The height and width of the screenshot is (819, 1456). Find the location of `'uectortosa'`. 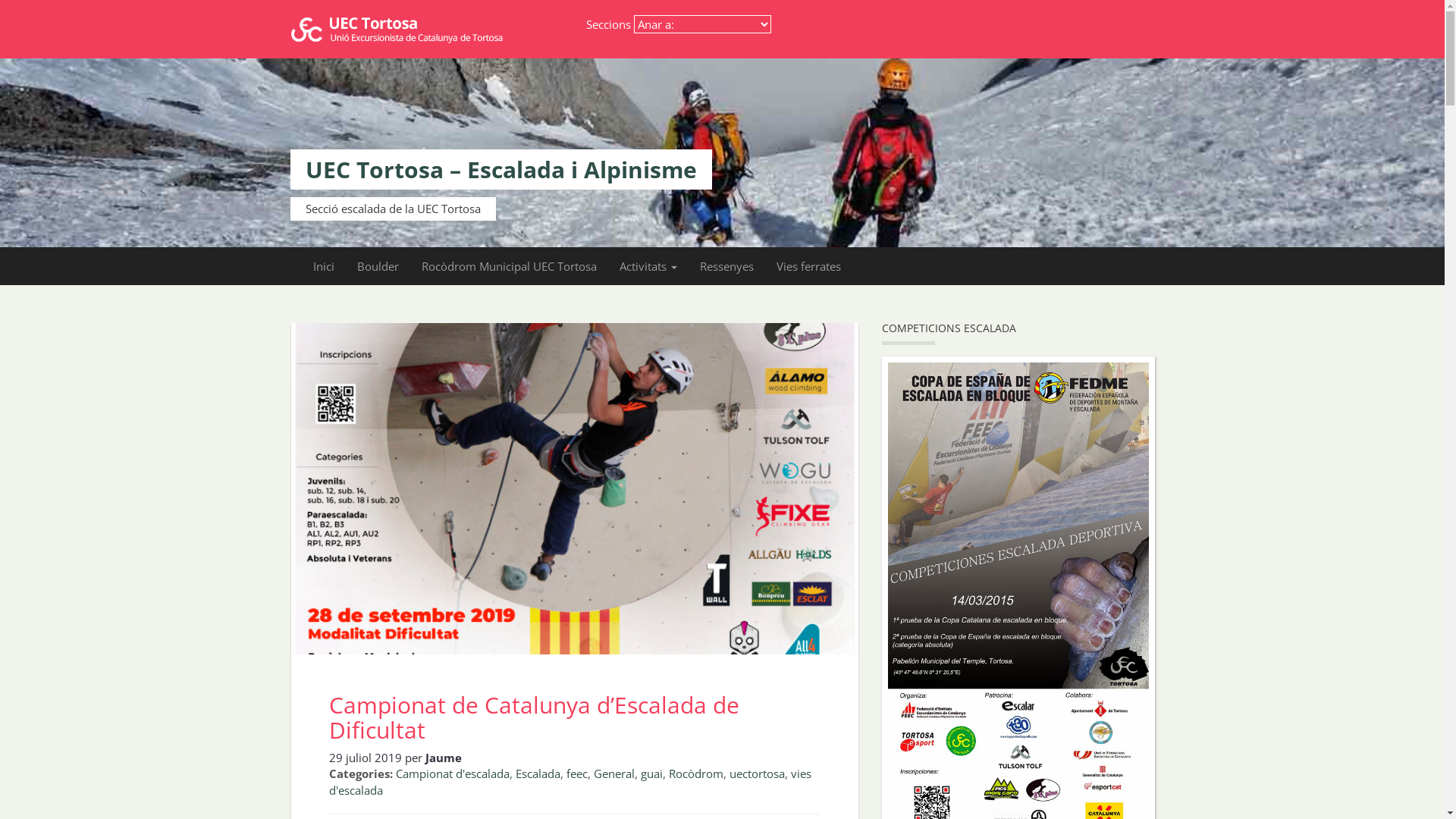

'uectortosa' is located at coordinates (757, 773).